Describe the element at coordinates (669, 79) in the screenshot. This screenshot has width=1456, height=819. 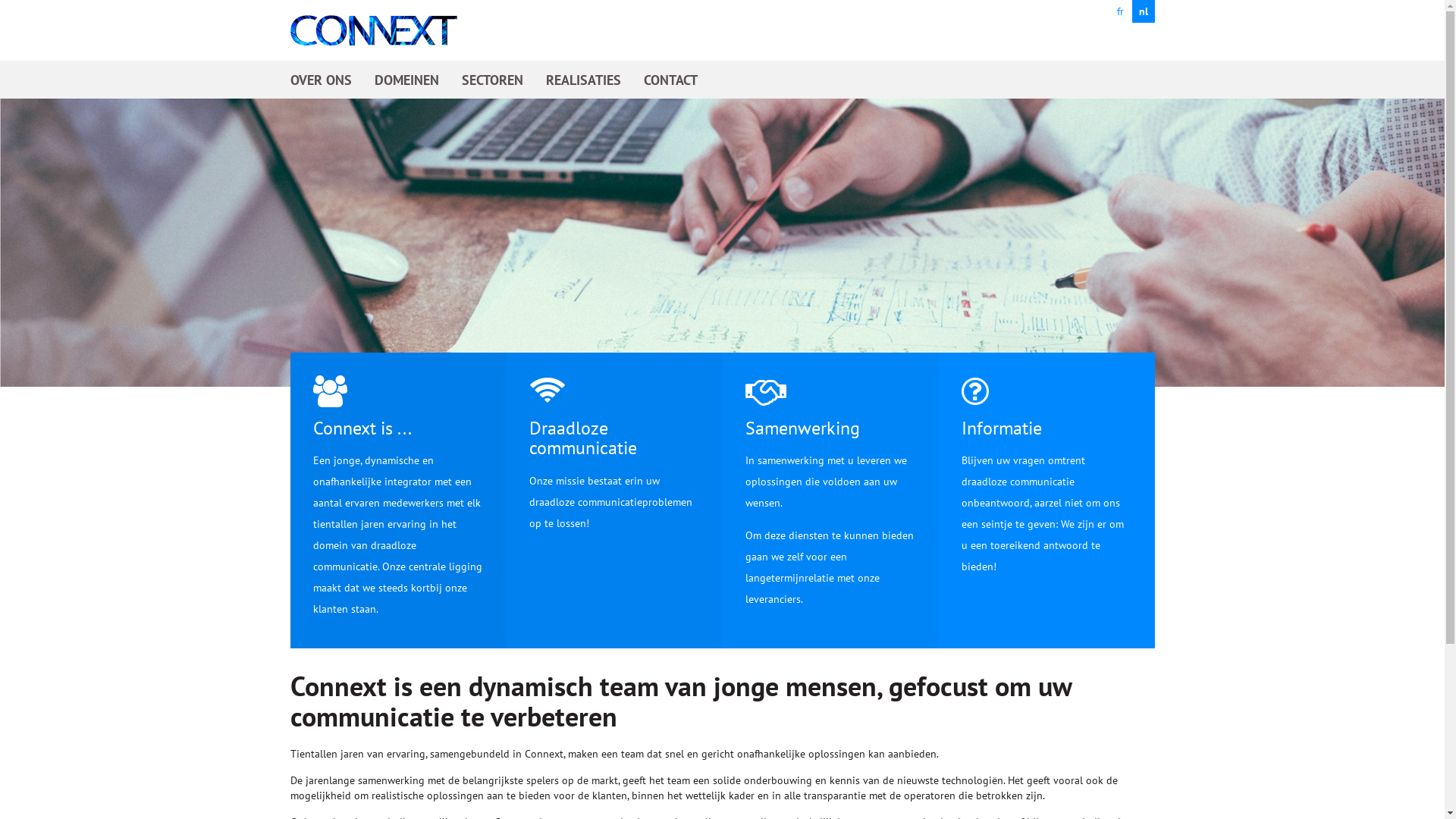
I see `'CONTACT'` at that location.